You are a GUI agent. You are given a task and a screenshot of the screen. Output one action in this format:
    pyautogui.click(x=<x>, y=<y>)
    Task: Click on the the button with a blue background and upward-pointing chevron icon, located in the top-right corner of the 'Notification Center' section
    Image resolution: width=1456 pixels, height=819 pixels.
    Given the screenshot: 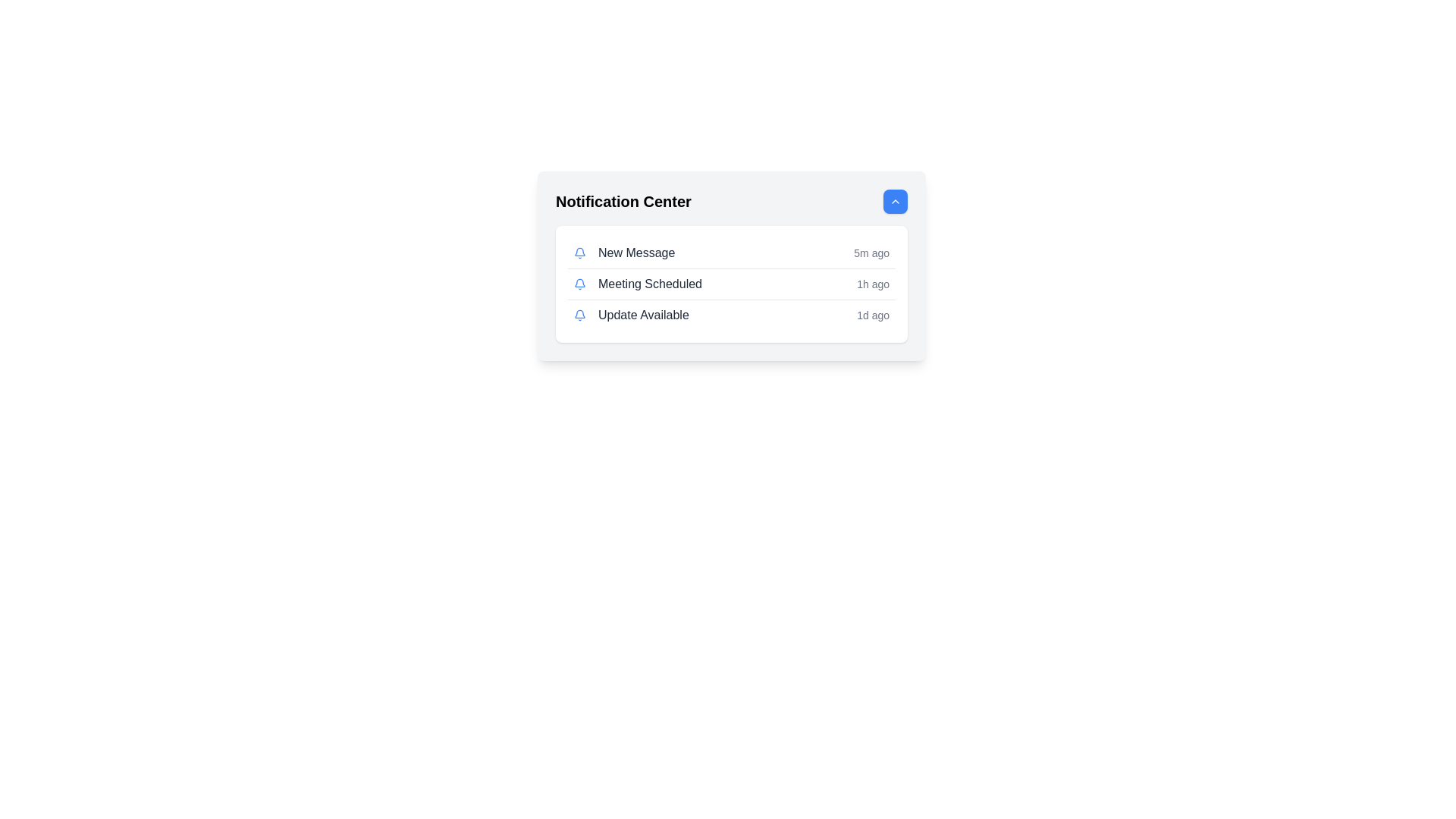 What is the action you would take?
    pyautogui.click(x=895, y=201)
    